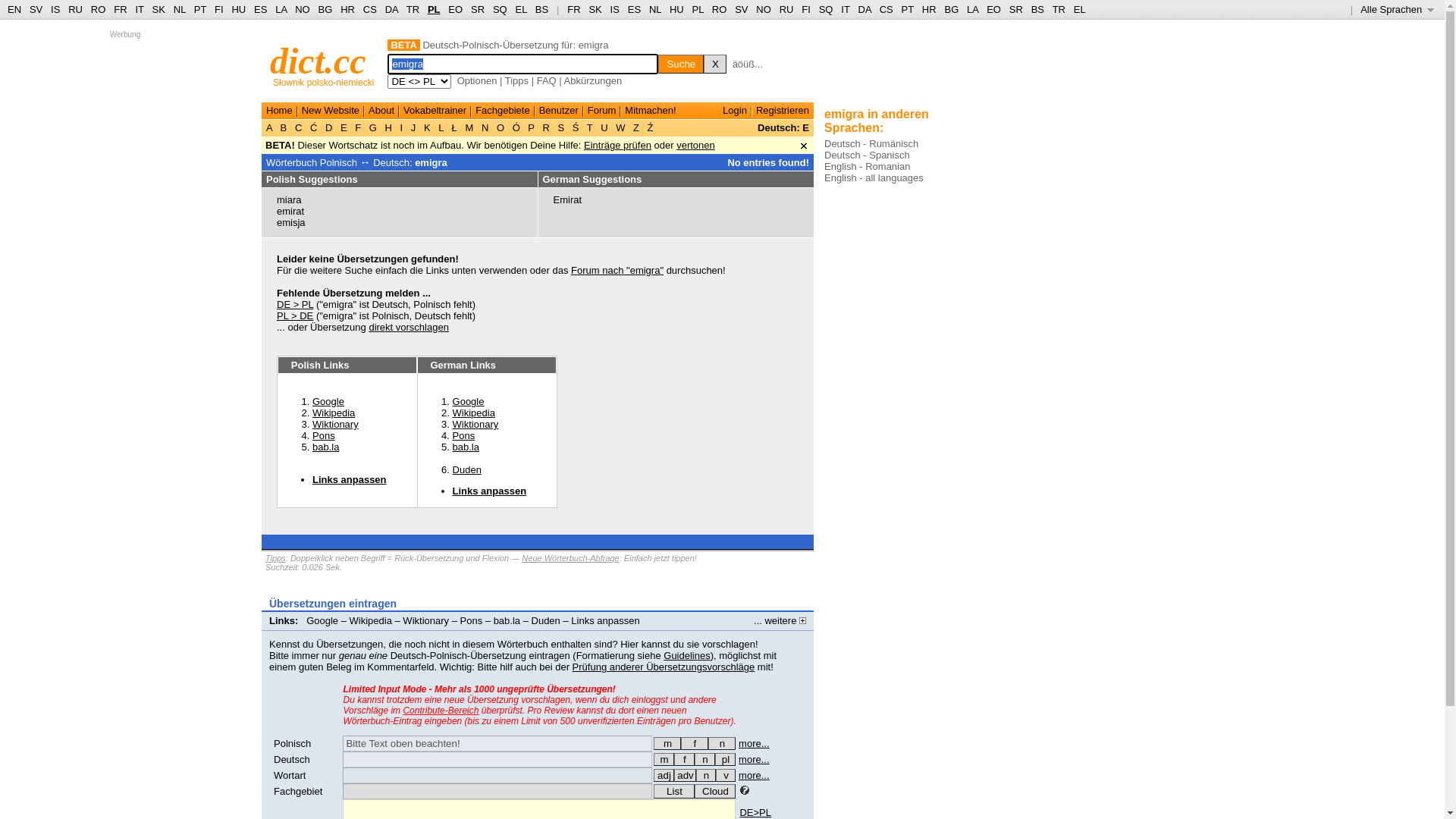 The width and height of the screenshot is (1456, 819). I want to click on 'emirat', so click(276, 211).